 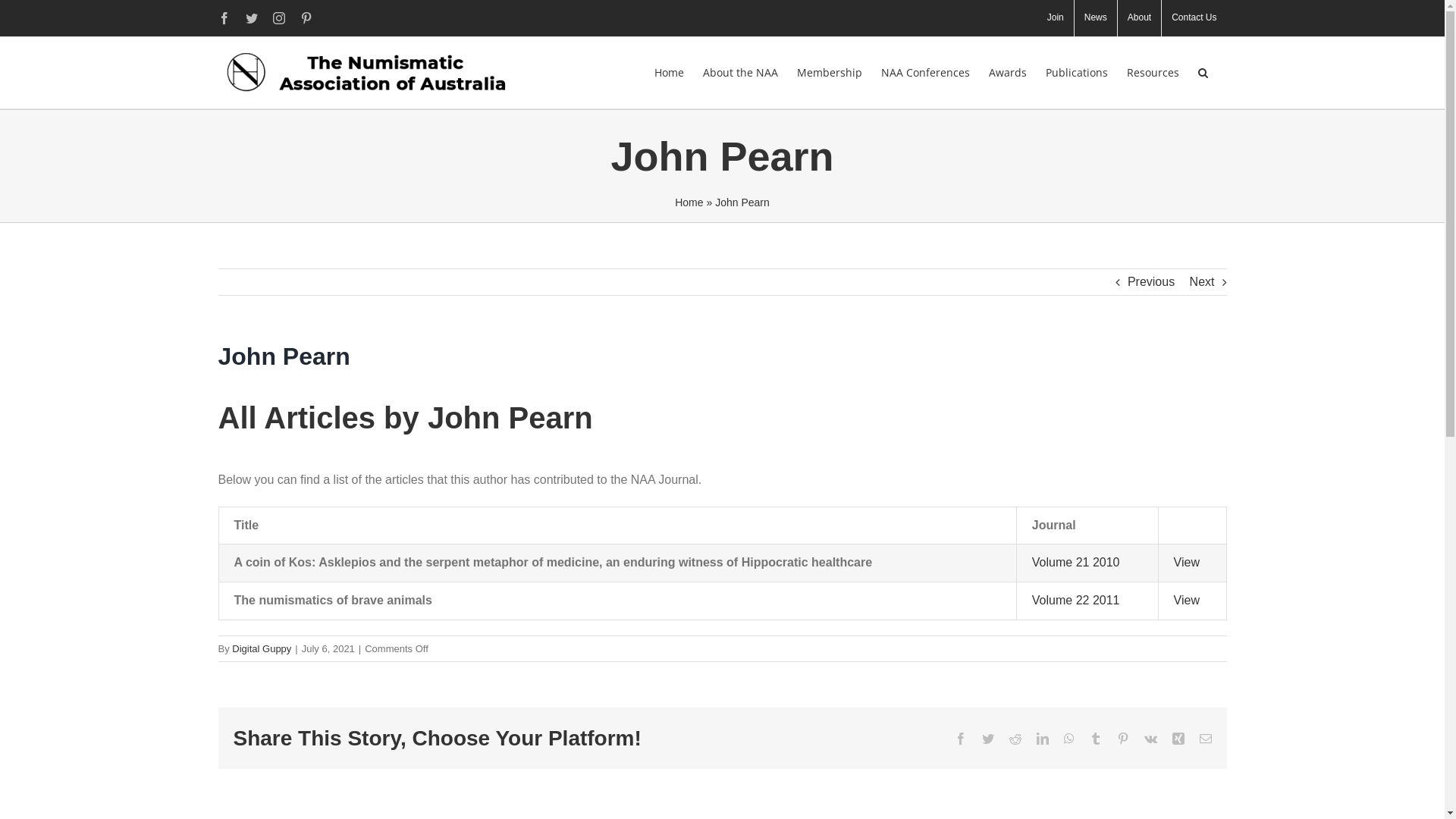 What do you see at coordinates (279, 17) in the screenshot?
I see `'Instagram'` at bounding box center [279, 17].